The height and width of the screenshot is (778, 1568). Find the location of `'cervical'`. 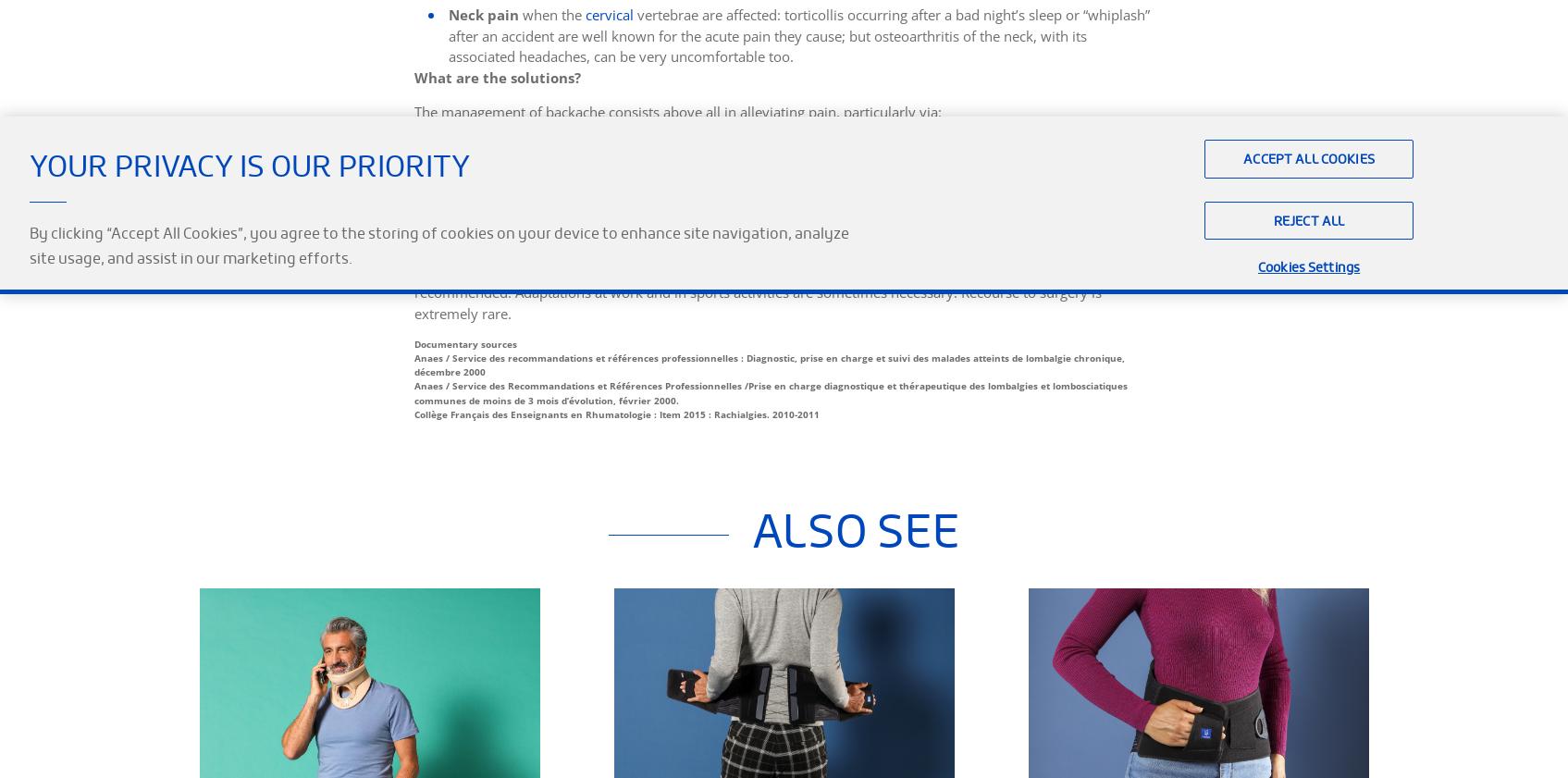

'cervical' is located at coordinates (585, 13).